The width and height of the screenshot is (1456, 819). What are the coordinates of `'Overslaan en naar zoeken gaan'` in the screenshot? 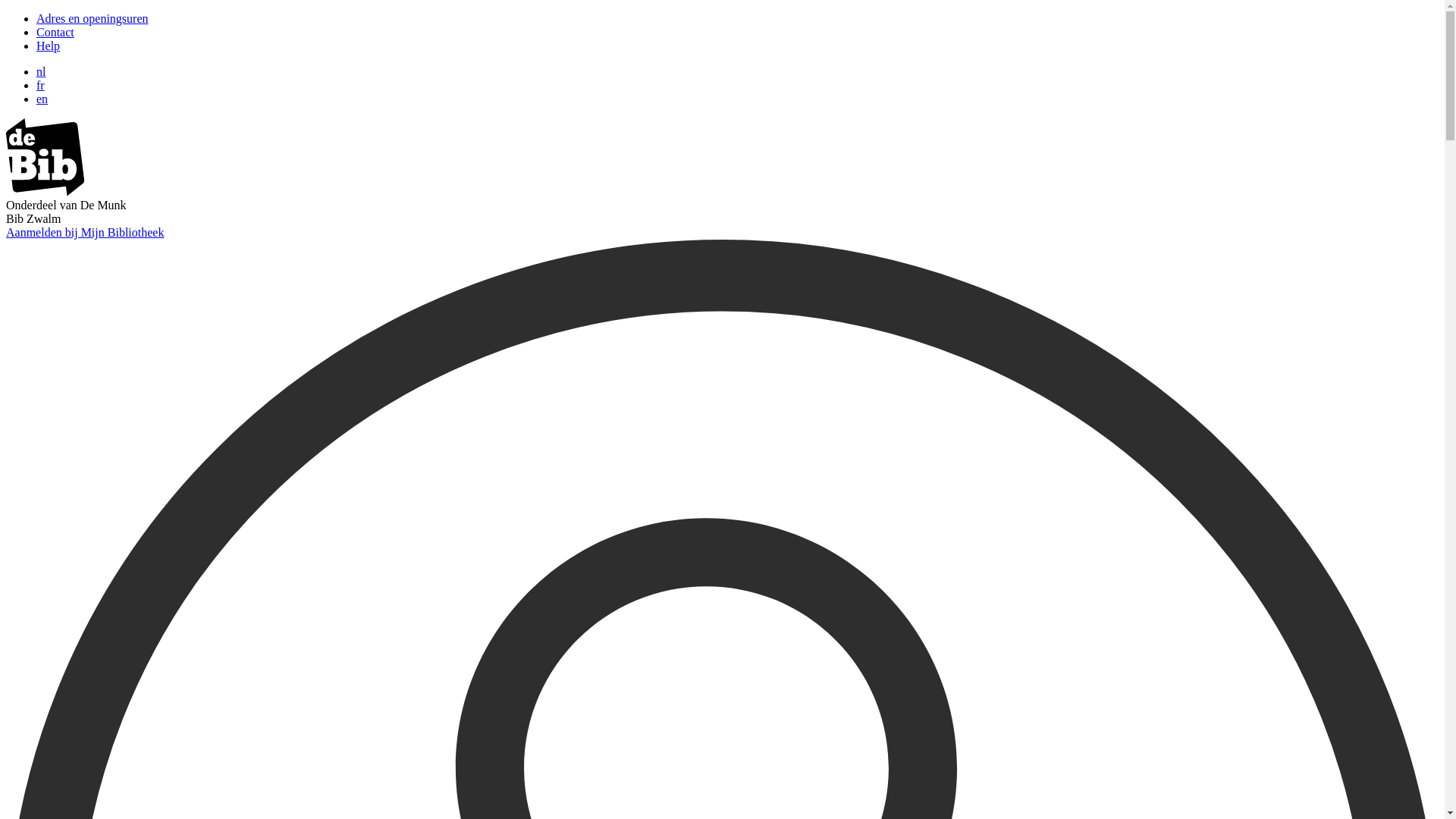 It's located at (6, 12).